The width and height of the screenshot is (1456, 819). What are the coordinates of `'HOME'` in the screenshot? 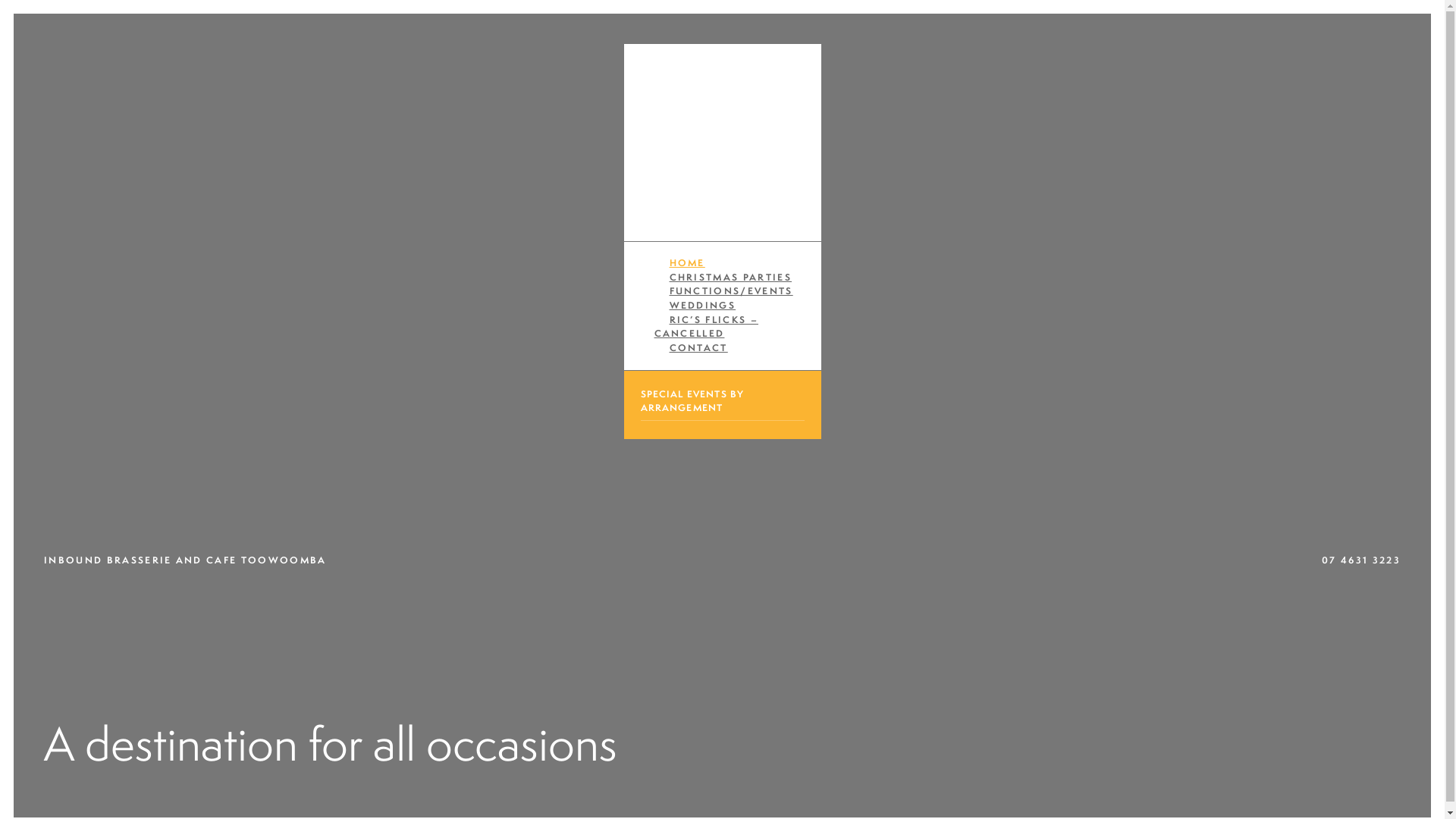 It's located at (686, 262).